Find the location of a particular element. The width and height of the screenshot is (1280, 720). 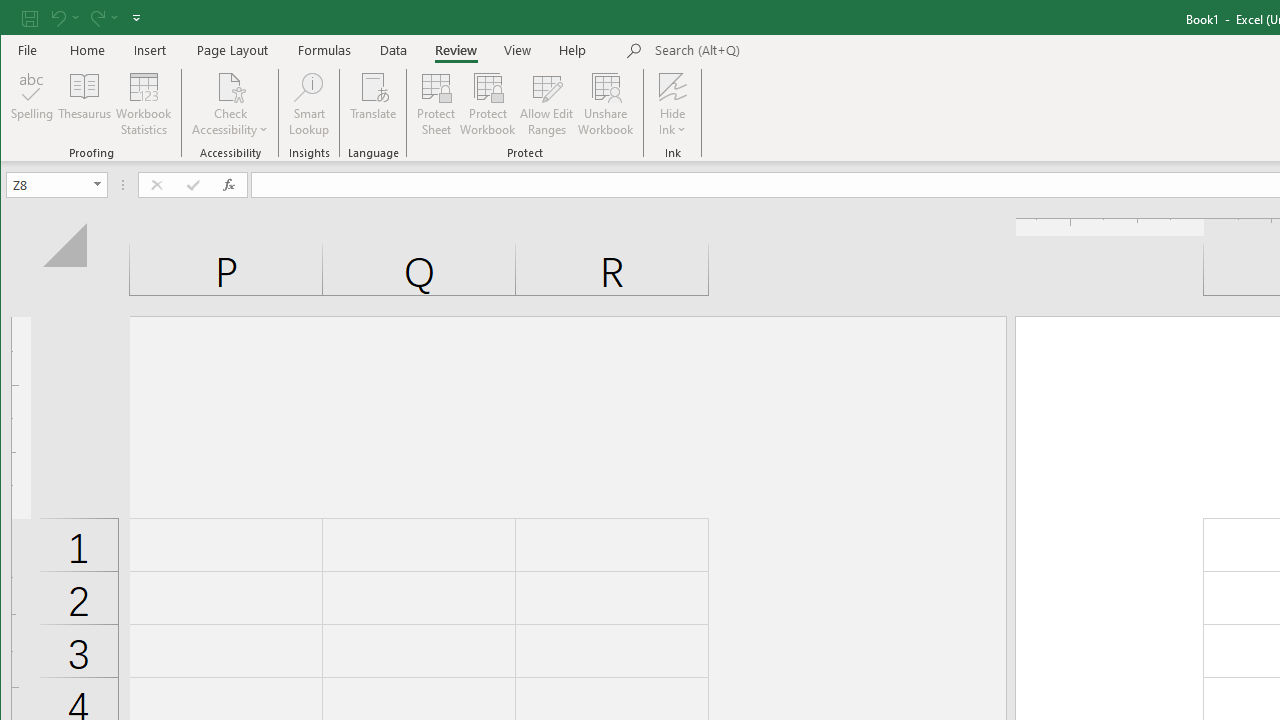

'Undo' is located at coordinates (64, 17).